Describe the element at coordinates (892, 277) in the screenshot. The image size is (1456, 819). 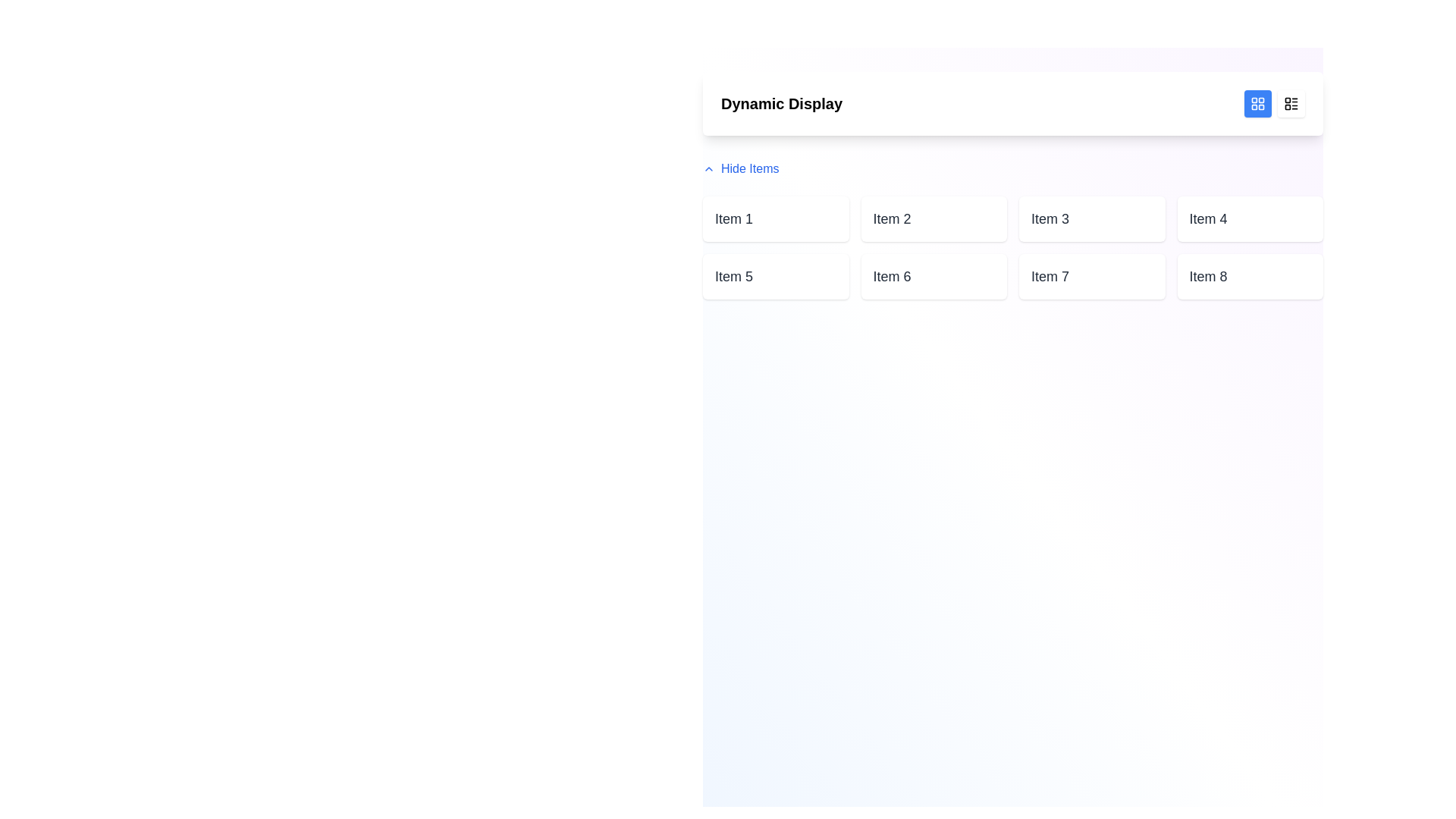
I see `the Text label displaying 'Item 6', which is centrally located within the second card of the second row in the grid layout` at that location.